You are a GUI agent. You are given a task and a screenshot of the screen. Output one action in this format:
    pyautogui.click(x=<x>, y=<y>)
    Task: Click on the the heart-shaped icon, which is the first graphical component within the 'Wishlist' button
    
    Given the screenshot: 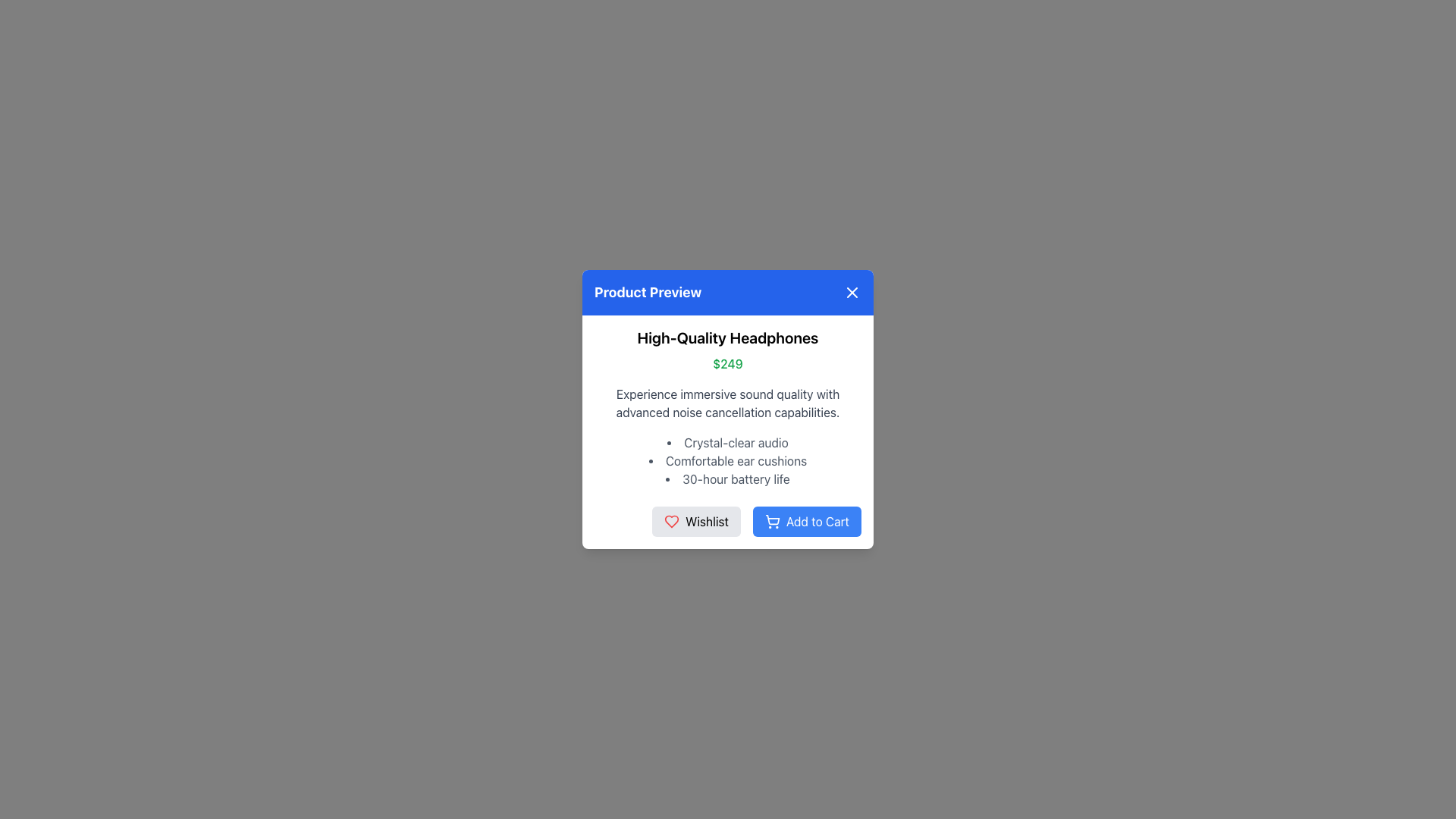 What is the action you would take?
    pyautogui.click(x=671, y=520)
    